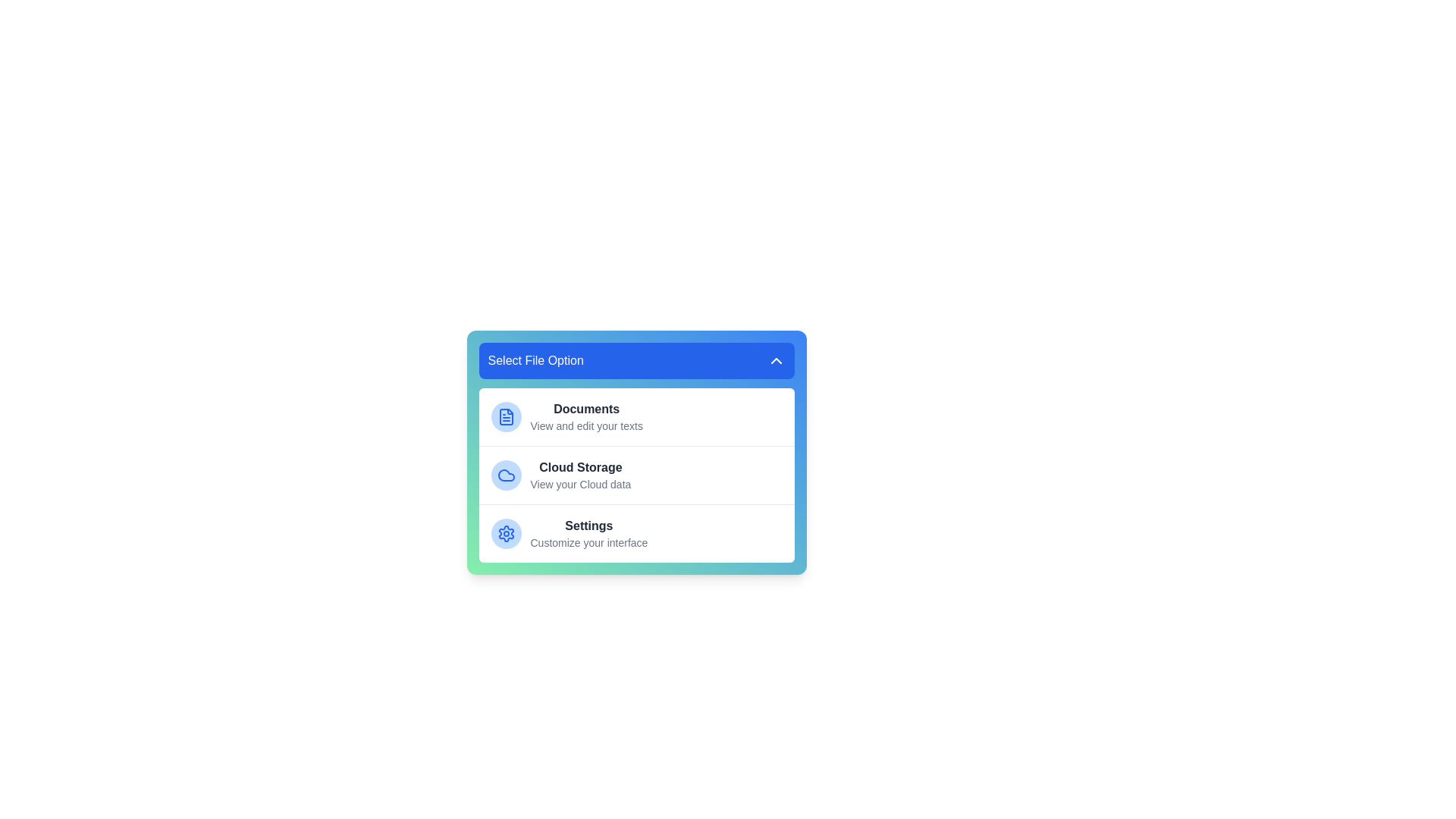  I want to click on text label that says 'Customize your interface', which is located beneath the 'Settings' text in the lower-right section of the interface, so click(588, 542).